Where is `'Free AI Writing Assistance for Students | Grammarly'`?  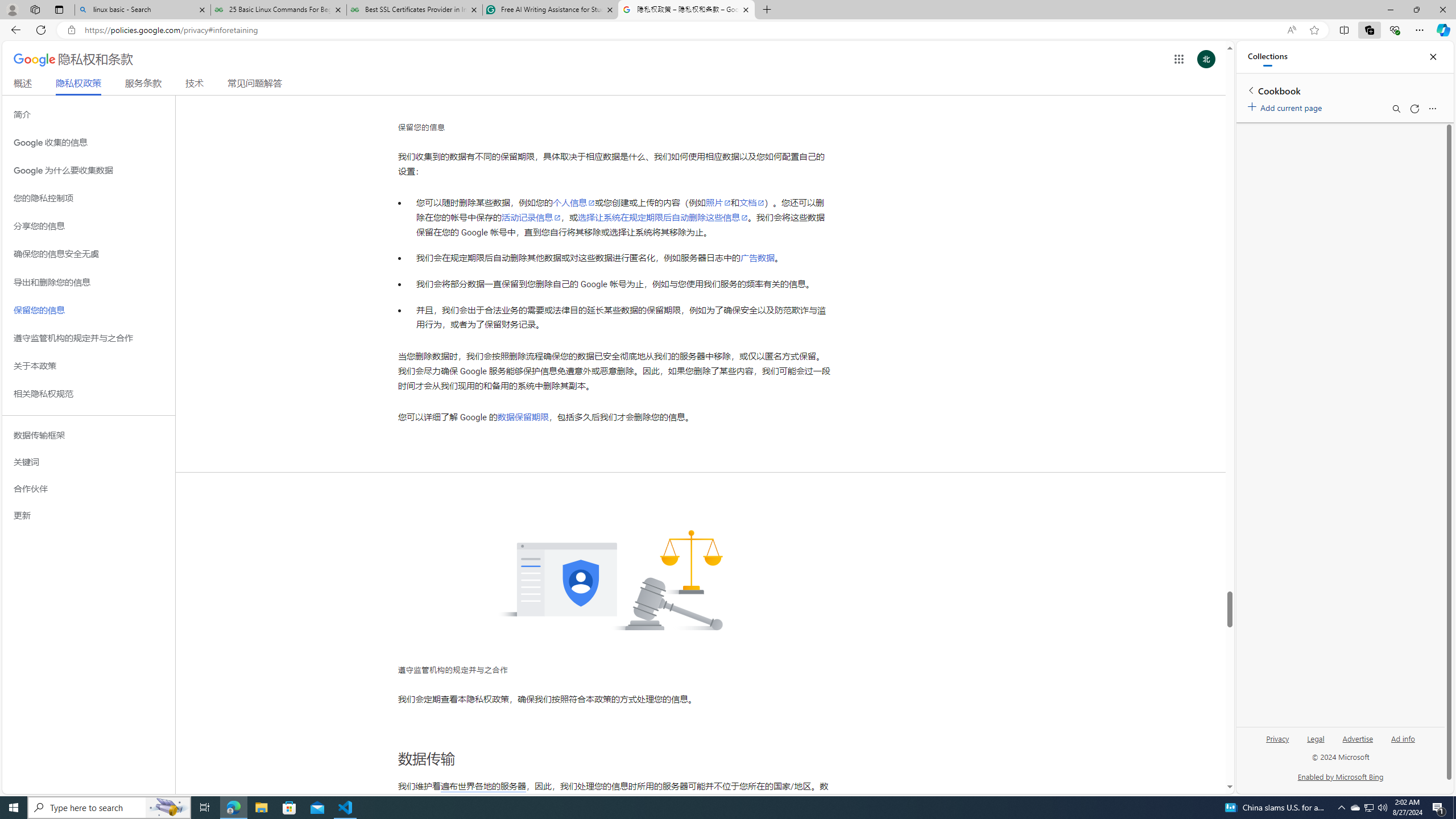 'Free AI Writing Assistance for Students | Grammarly' is located at coordinates (549, 9).